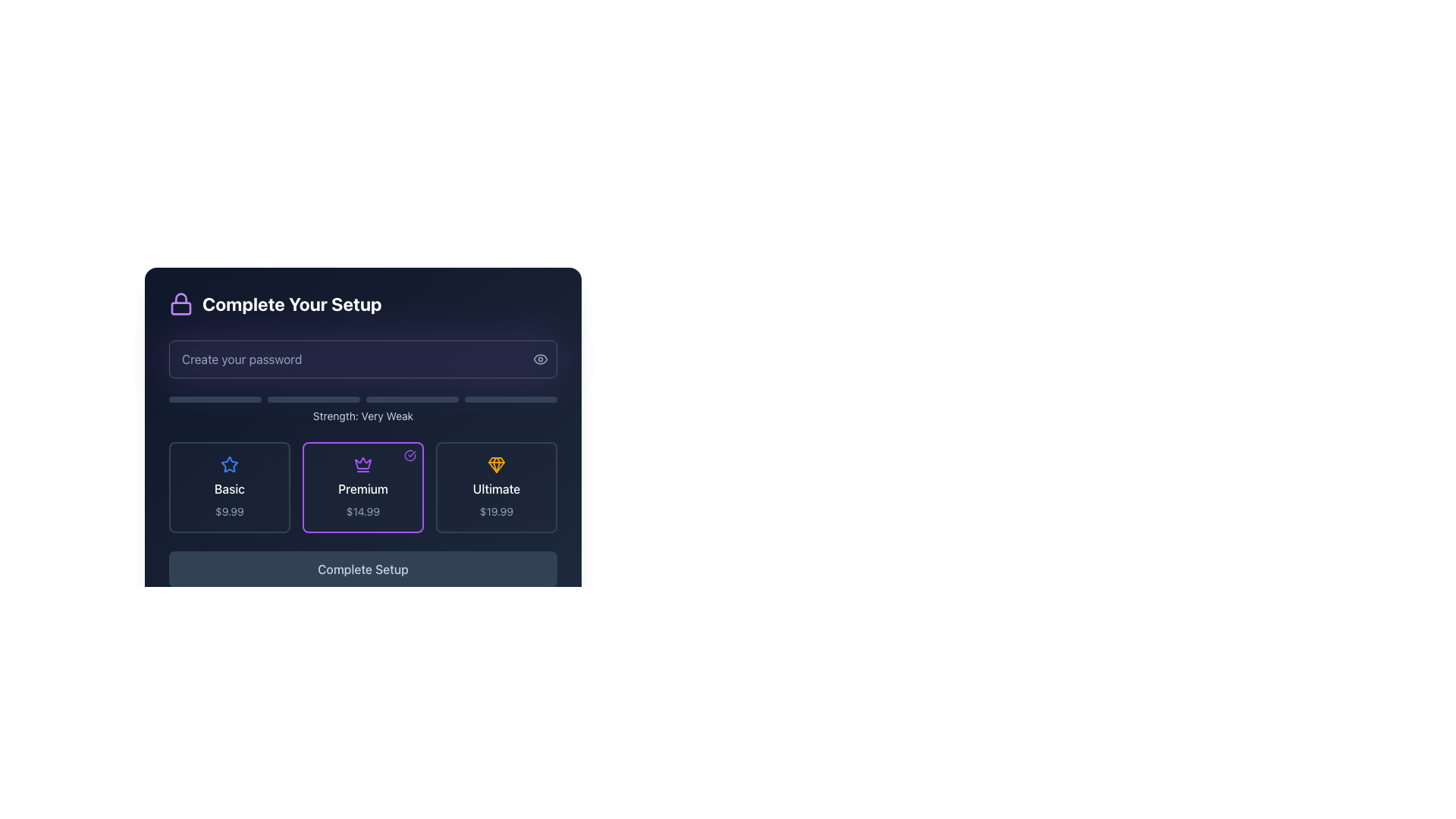  What do you see at coordinates (214, 399) in the screenshot?
I see `the first progress bar segment, which is a horizontally narrow rectangular element with rounded edges, located below the password input field and above the text indicating password strength` at bounding box center [214, 399].